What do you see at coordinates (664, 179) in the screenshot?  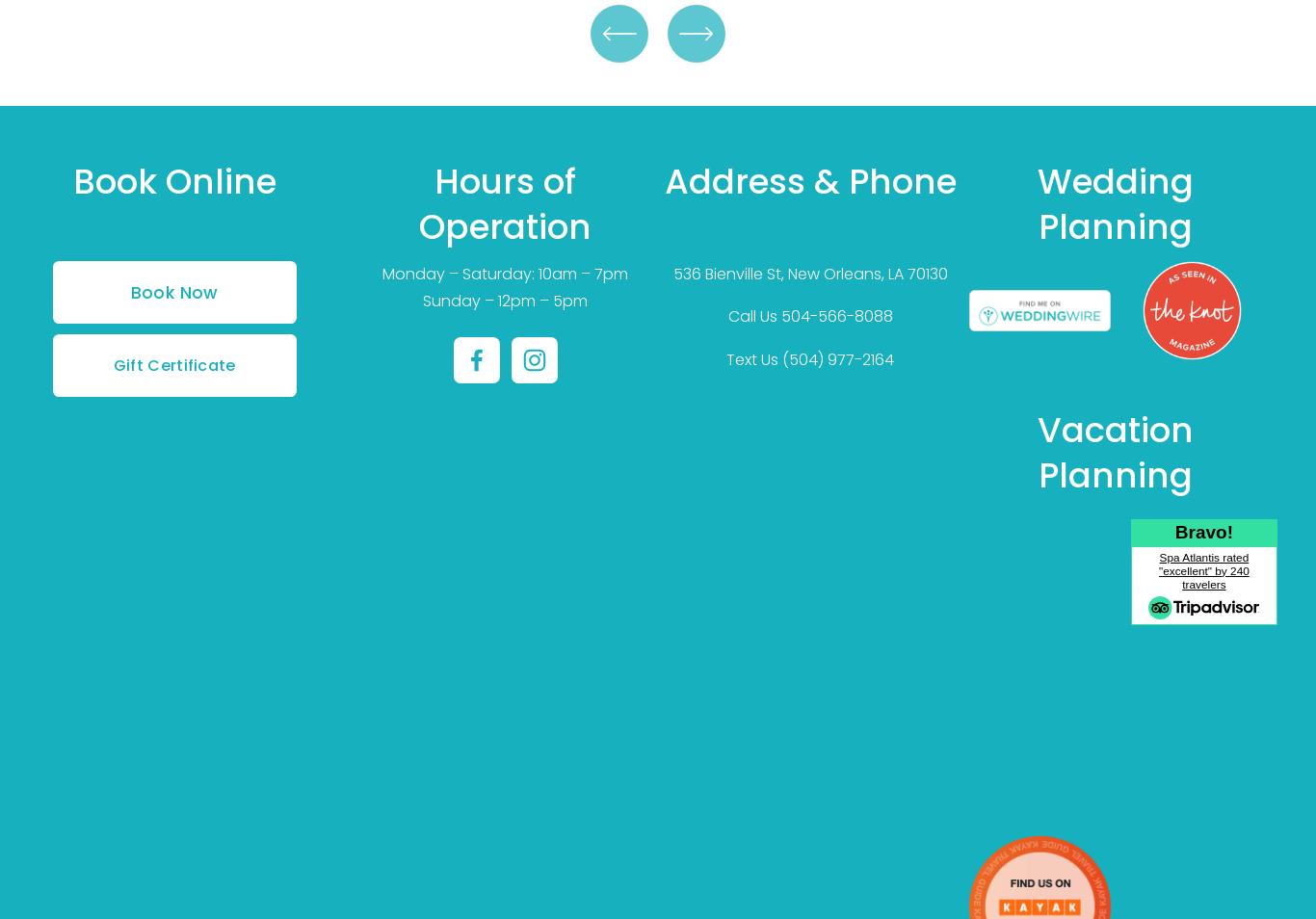 I see `'Address & Phone'` at bounding box center [664, 179].